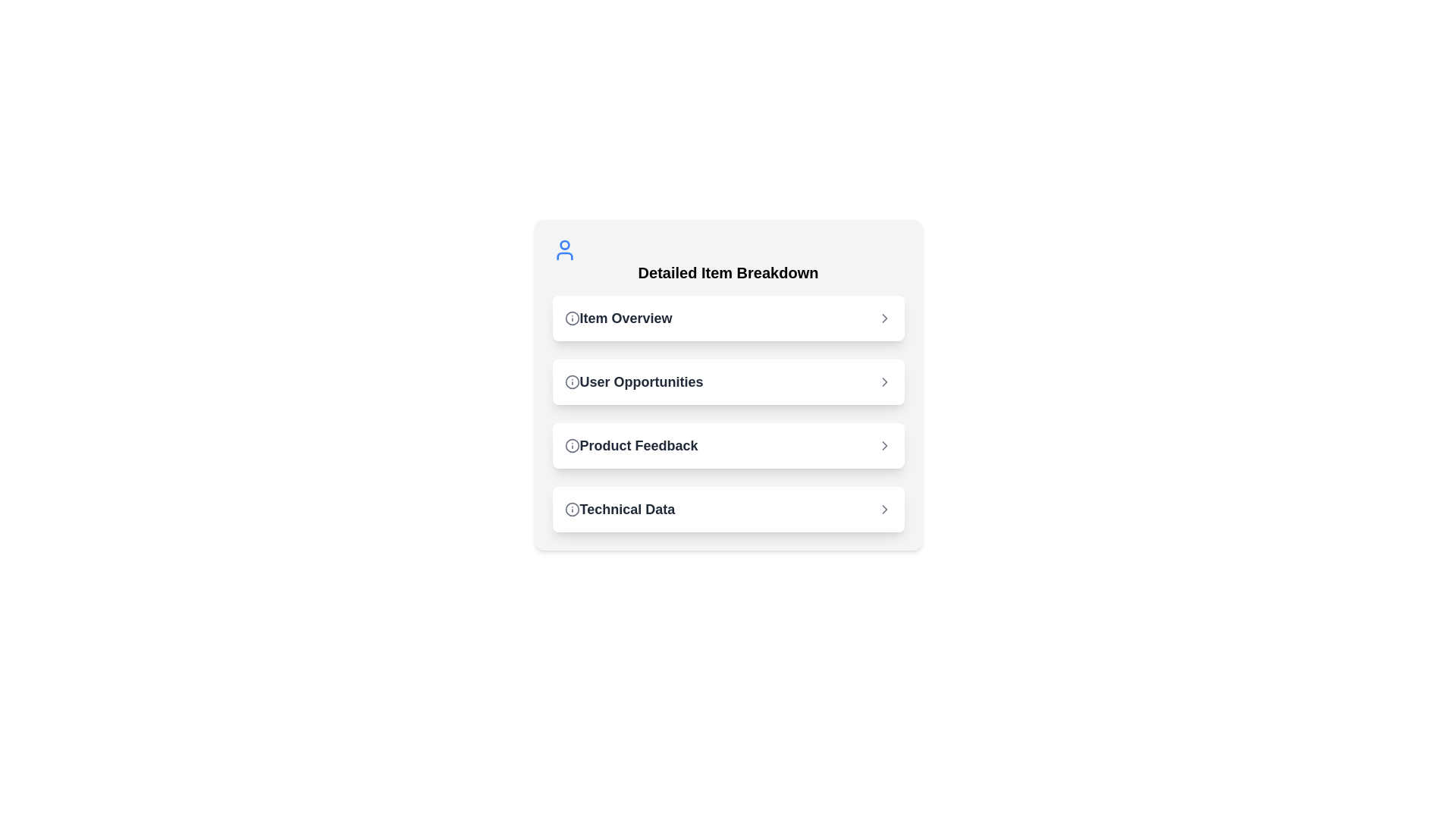  Describe the element at coordinates (884, 509) in the screenshot. I see `the icon located at the far-right end of the row containing 'Technical Data'` at that location.